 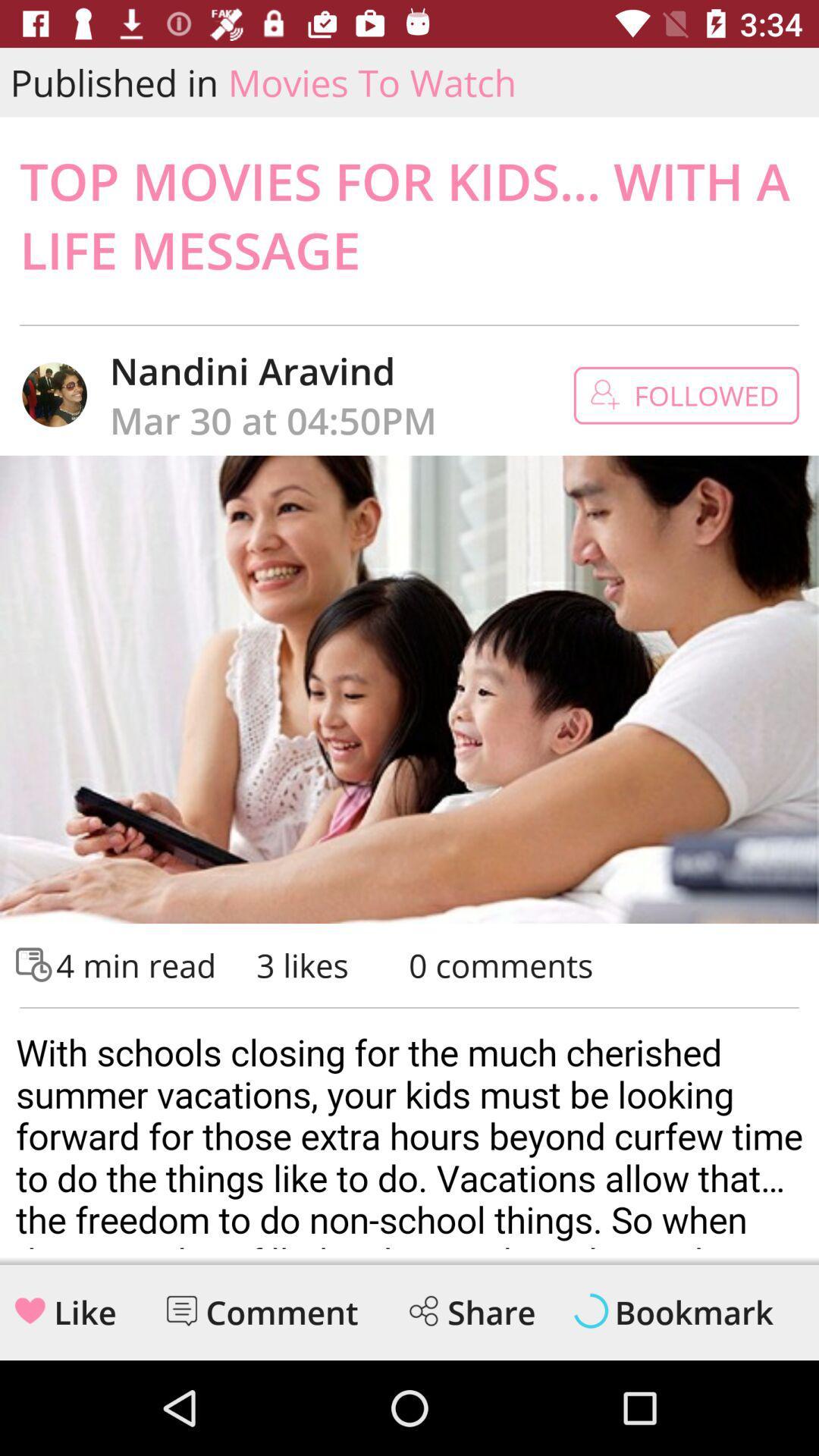 I want to click on the chat icon, so click(x=180, y=1310).